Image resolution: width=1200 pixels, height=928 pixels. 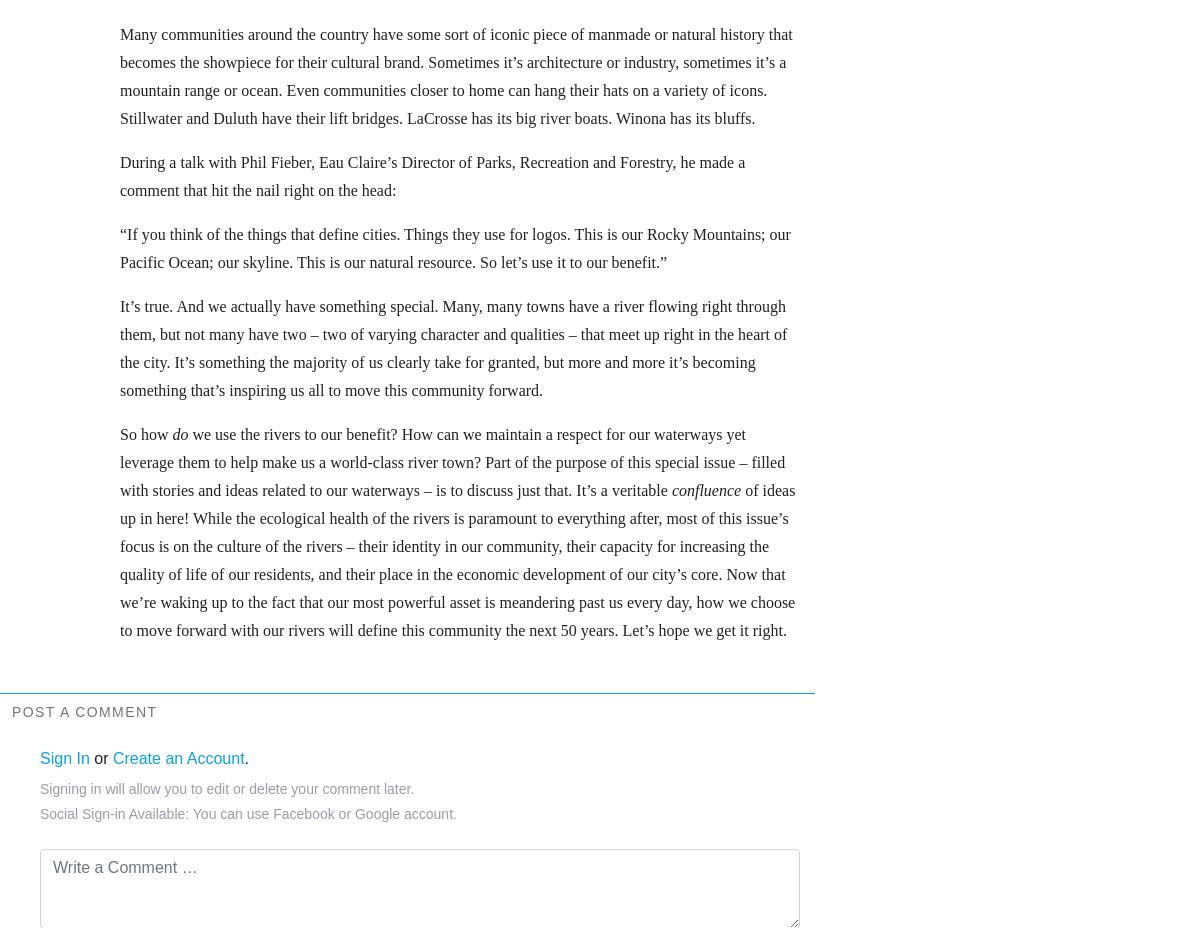 What do you see at coordinates (39, 787) in the screenshot?
I see `'Signing in will allow you to edit or delete your comment later.'` at bounding box center [39, 787].